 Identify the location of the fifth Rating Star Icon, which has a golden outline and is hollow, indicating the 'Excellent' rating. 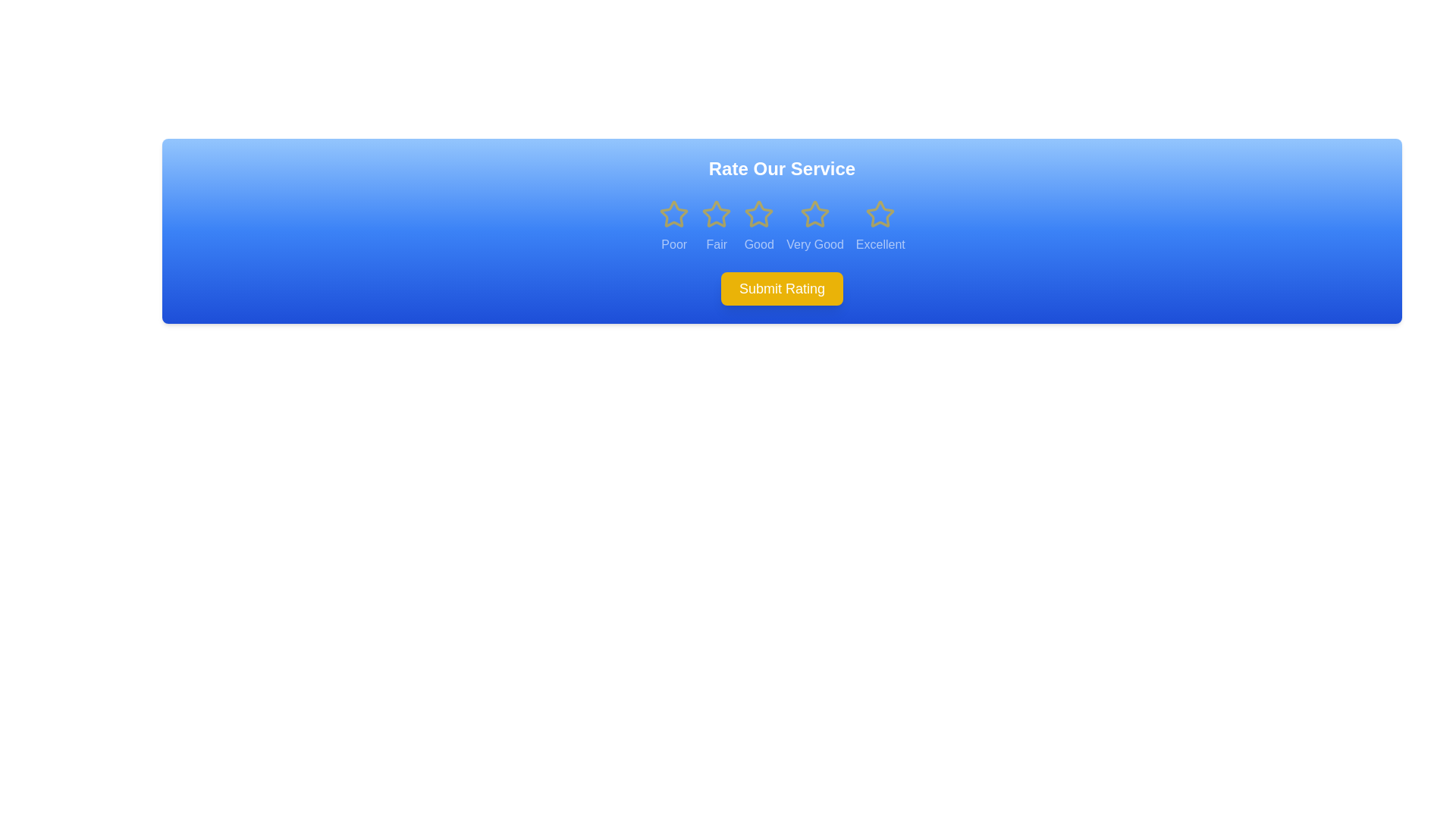
(880, 214).